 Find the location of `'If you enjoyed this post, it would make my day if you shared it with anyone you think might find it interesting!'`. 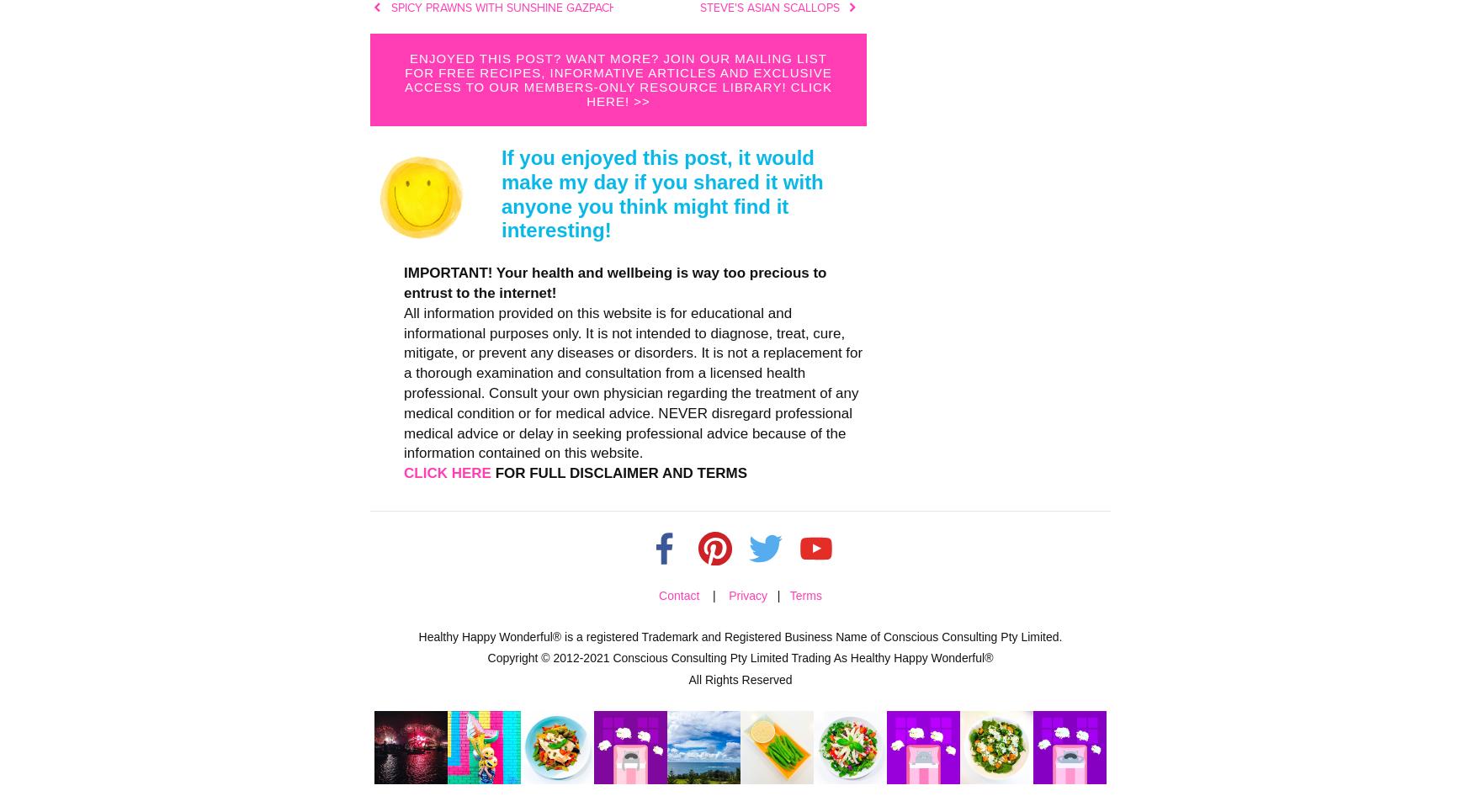

'If you enjoyed this post, it would make my day if you shared it with anyone you think might find it interesting!' is located at coordinates (661, 193).